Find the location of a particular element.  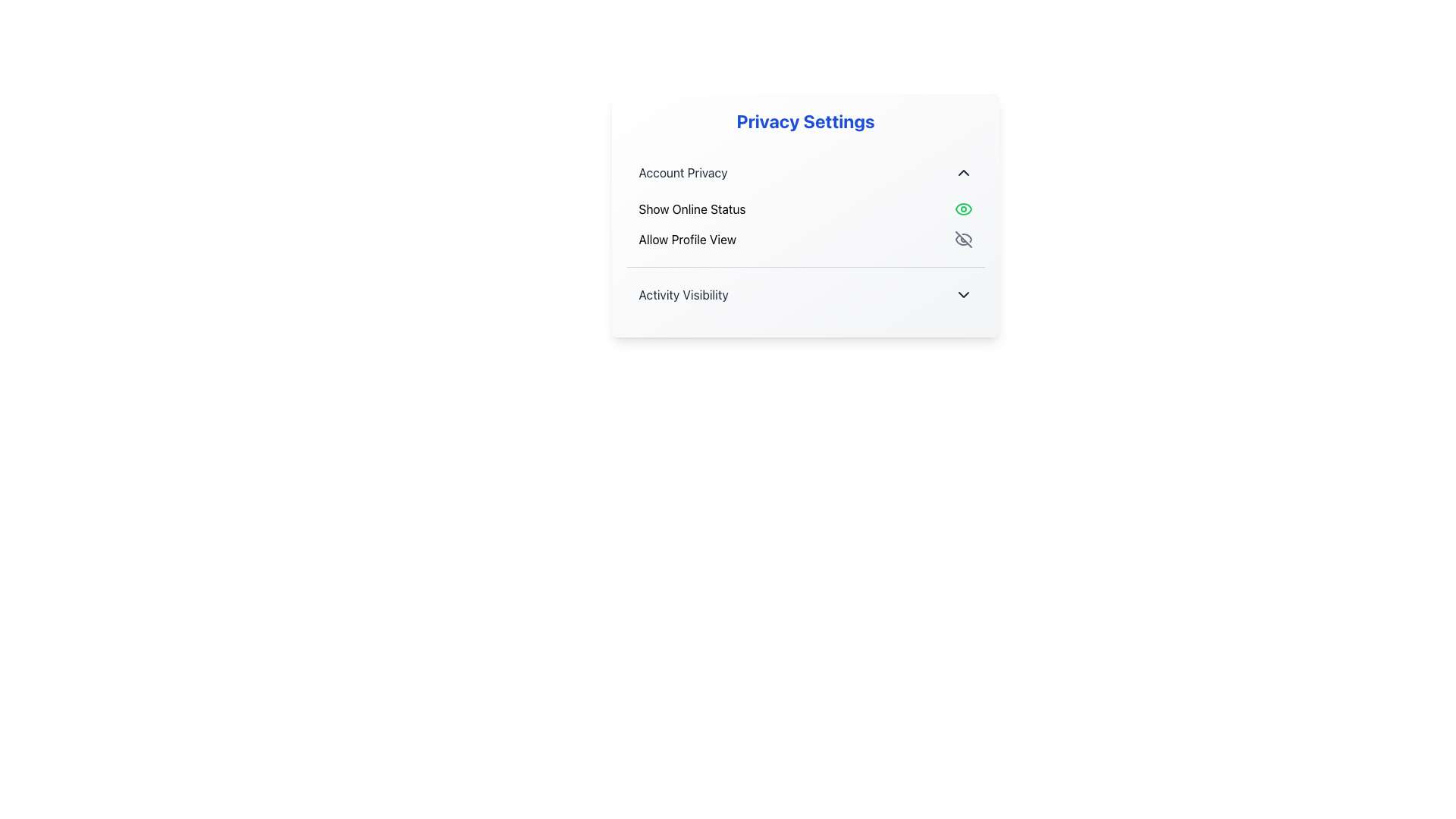

the visibility toggle icon located to the right of the 'Allow Profile View' text in the 'Privacy Settings' section is located at coordinates (962, 209).